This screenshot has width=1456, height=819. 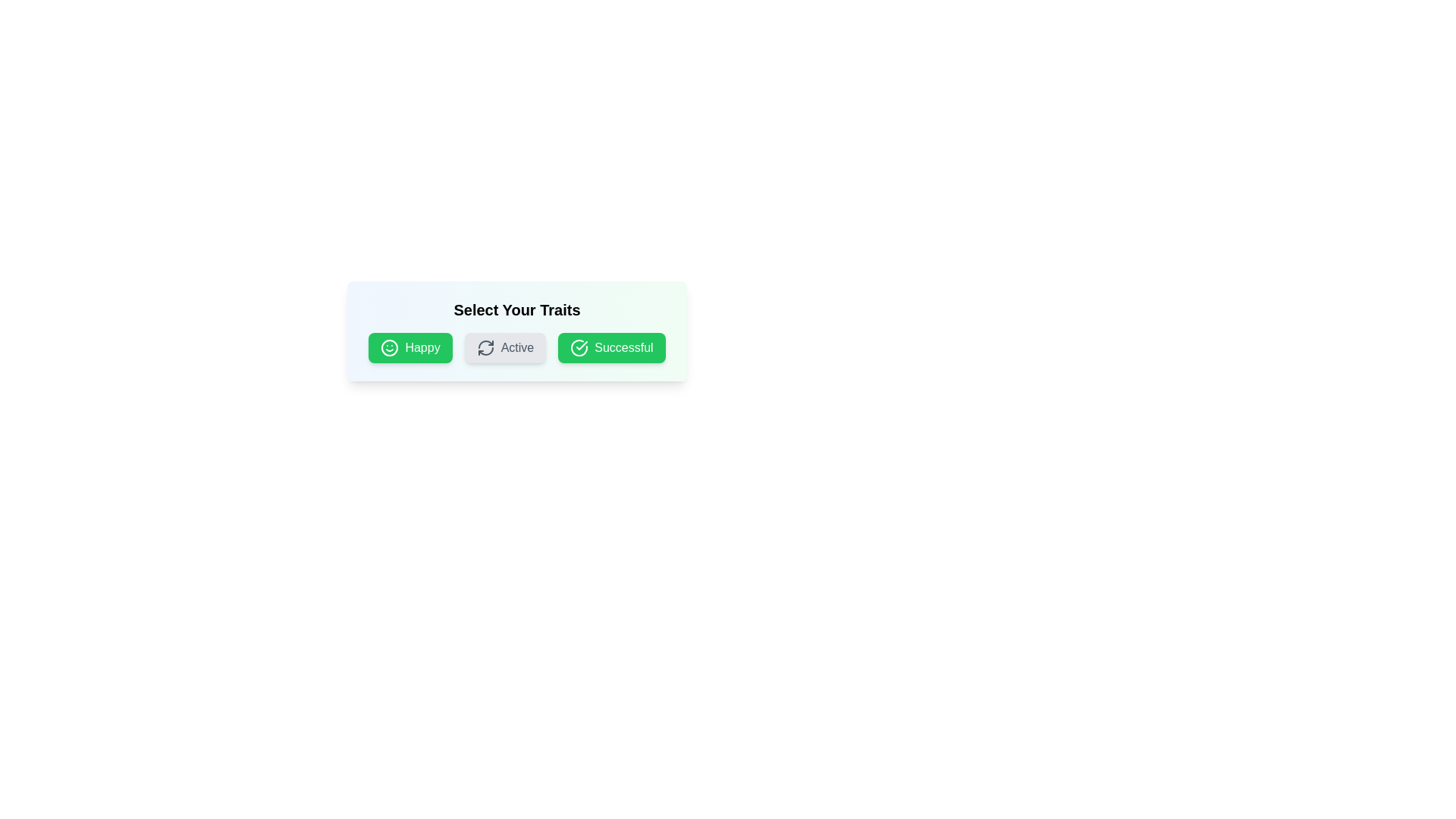 What do you see at coordinates (505, 348) in the screenshot?
I see `the tag Active` at bounding box center [505, 348].